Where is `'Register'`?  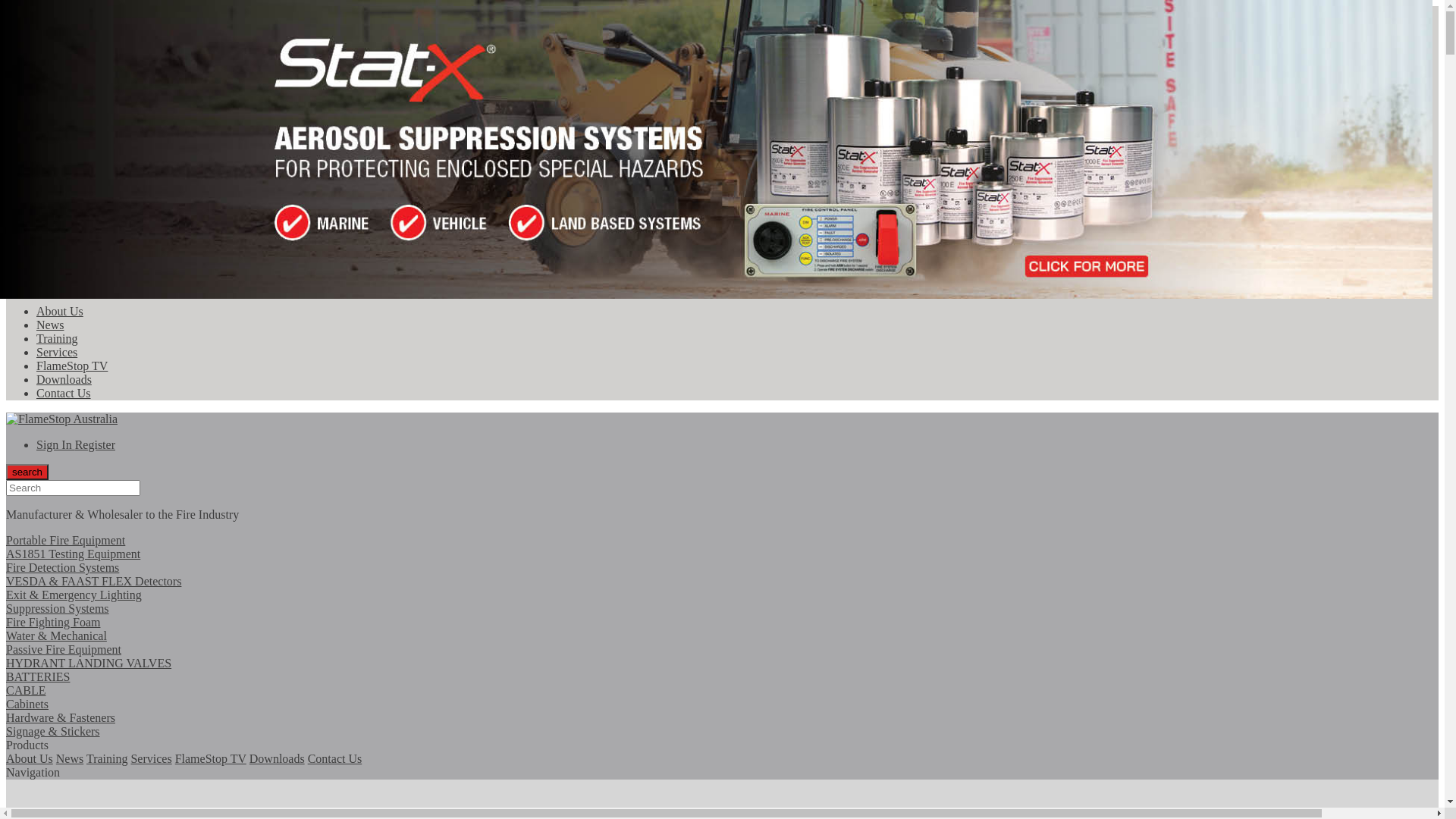
'Register' is located at coordinates (94, 444).